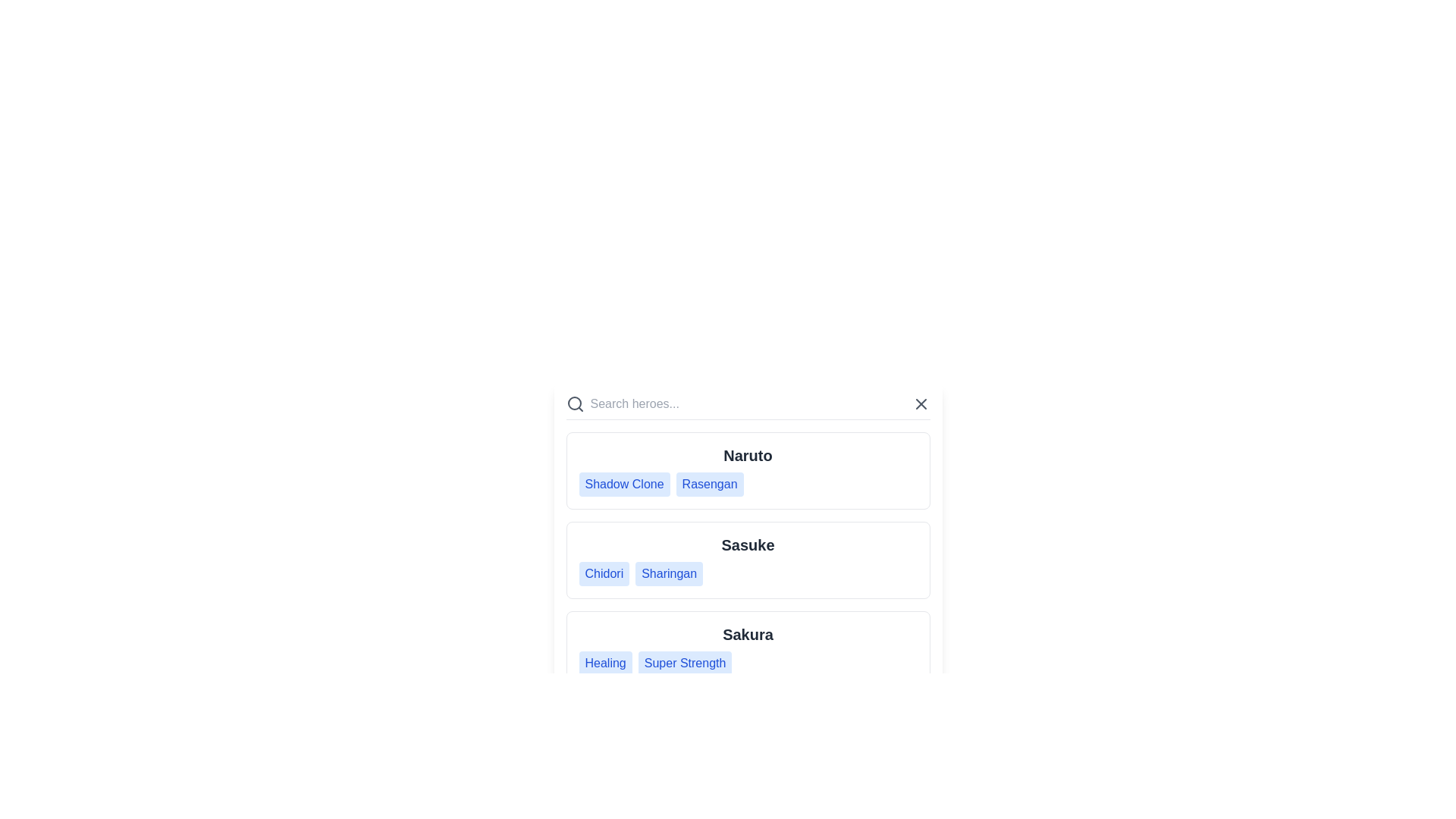 The image size is (1456, 819). What do you see at coordinates (603, 573) in the screenshot?
I see `the label with the text 'Chidori', which has a light blue background and is part of the 'Sasuke' section, located to the left of the 'Sharingan' label` at bounding box center [603, 573].